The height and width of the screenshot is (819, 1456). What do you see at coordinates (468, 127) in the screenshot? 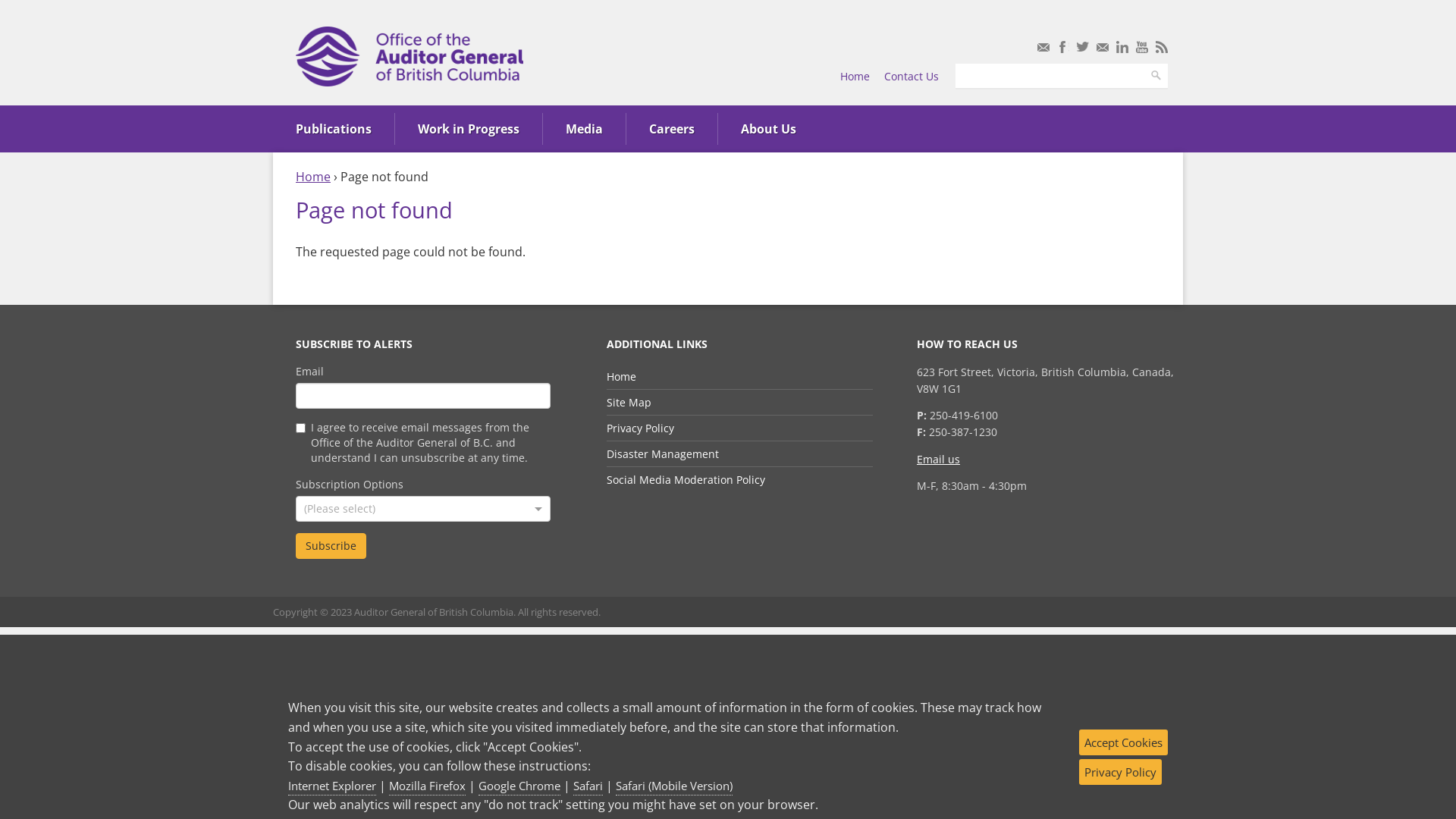
I see `'Work in Progress'` at bounding box center [468, 127].